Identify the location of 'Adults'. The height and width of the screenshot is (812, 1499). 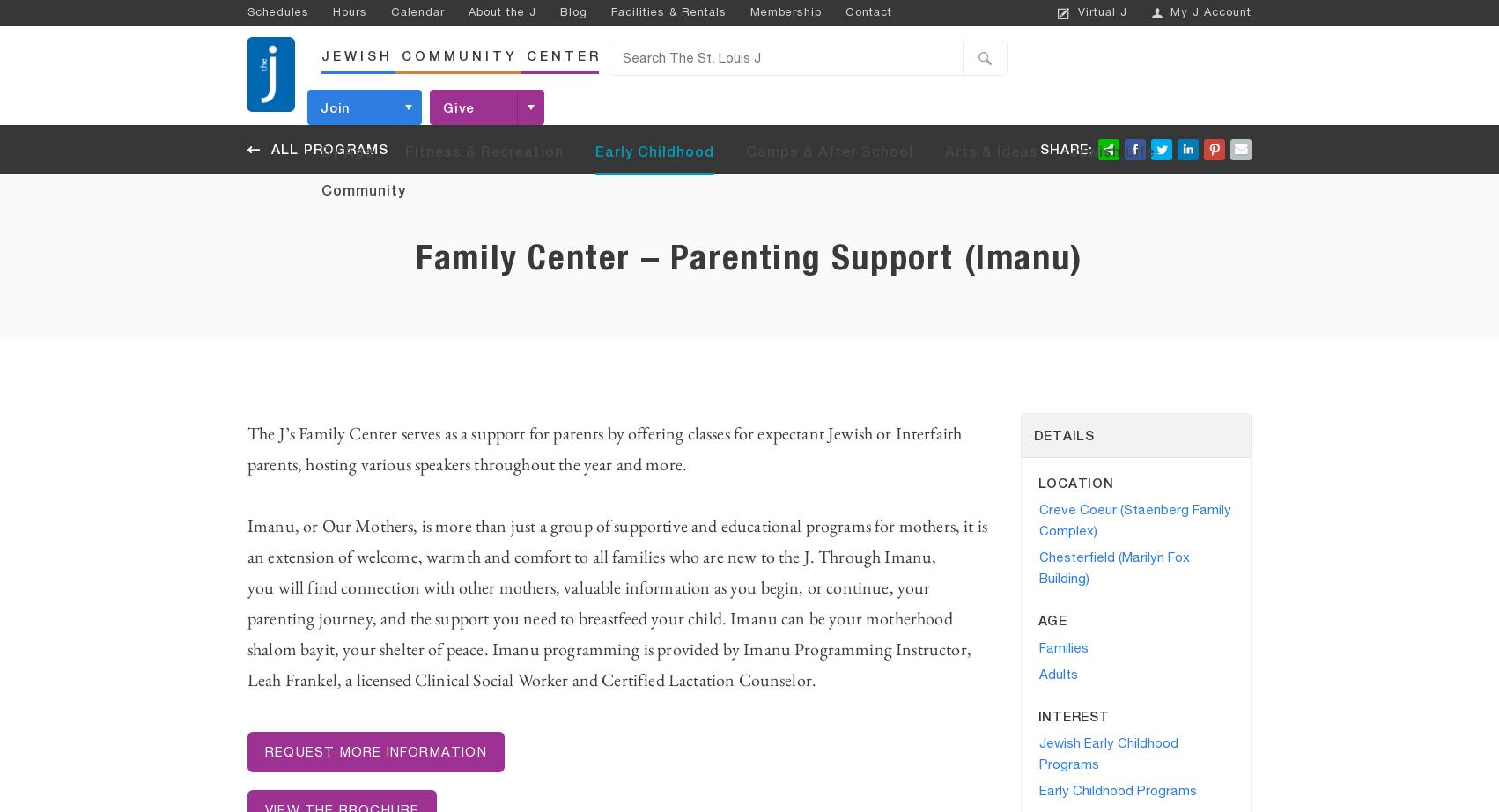
(1057, 673).